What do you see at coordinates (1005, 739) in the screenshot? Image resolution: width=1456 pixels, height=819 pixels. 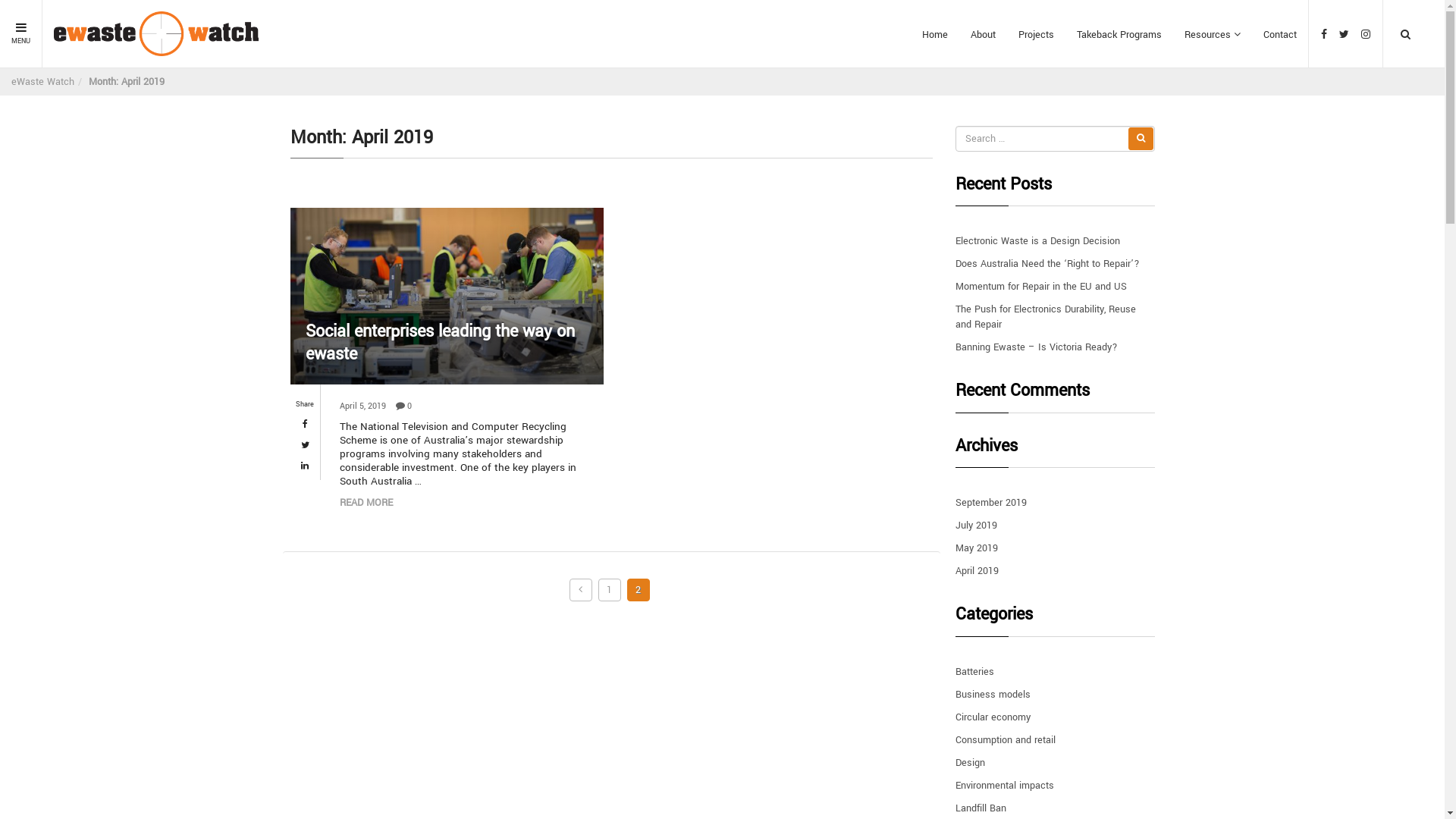 I see `'Consumption and retail'` at bounding box center [1005, 739].